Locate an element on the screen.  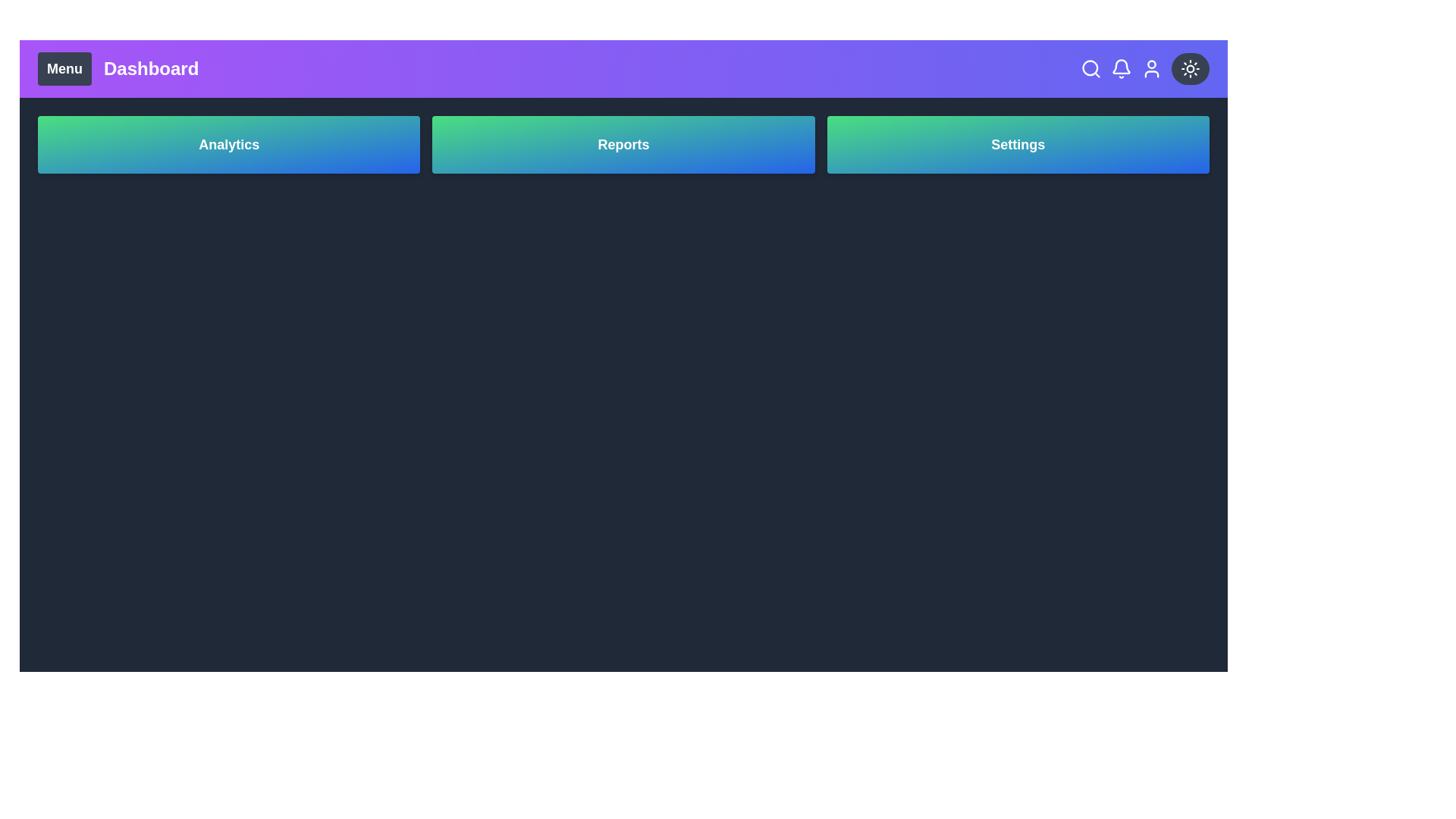
user icon in the top-right corner of the app bar to access user profile options is located at coordinates (1151, 69).